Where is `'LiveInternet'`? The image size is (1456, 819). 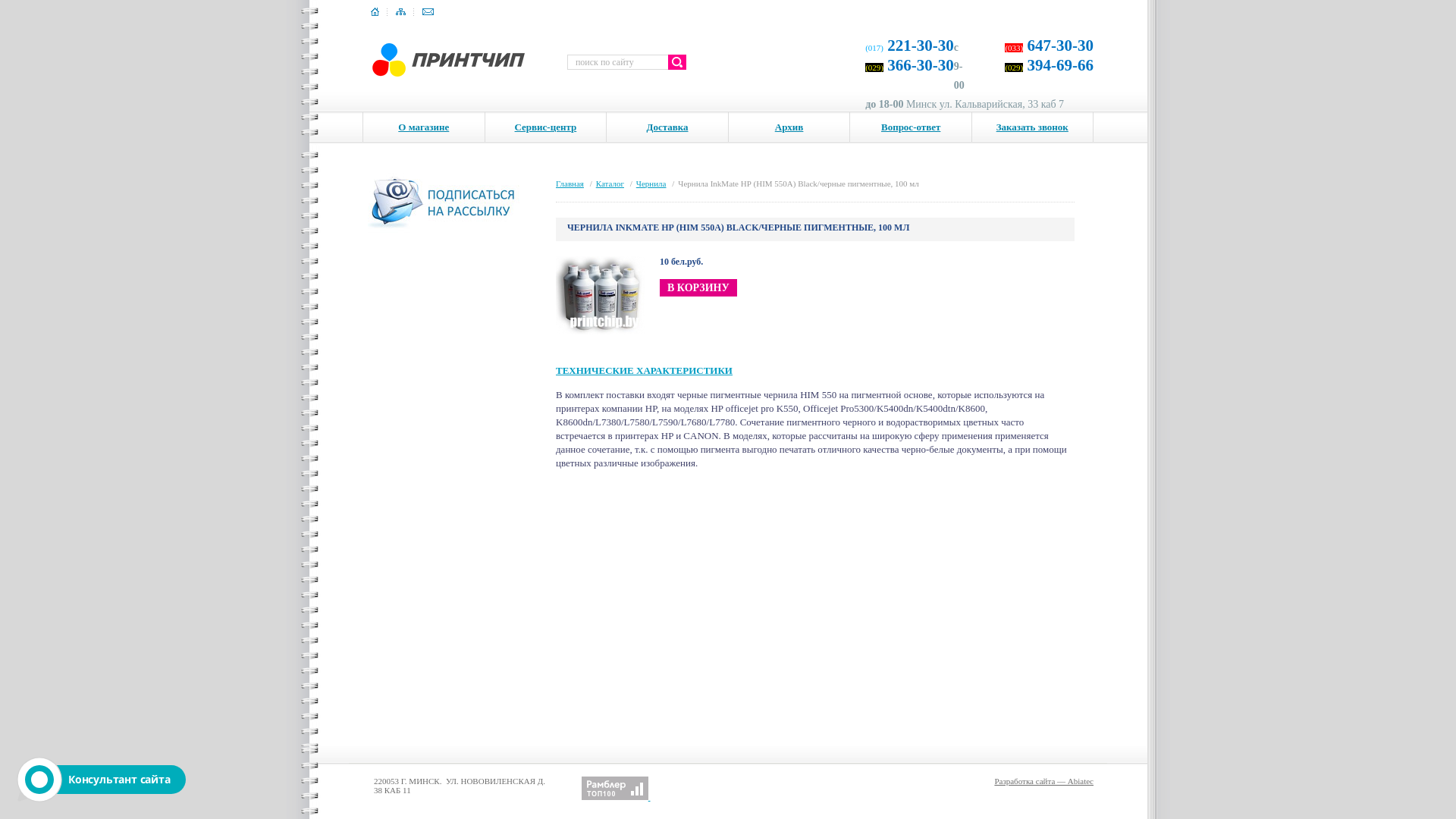 'LiveInternet' is located at coordinates (566, 787).